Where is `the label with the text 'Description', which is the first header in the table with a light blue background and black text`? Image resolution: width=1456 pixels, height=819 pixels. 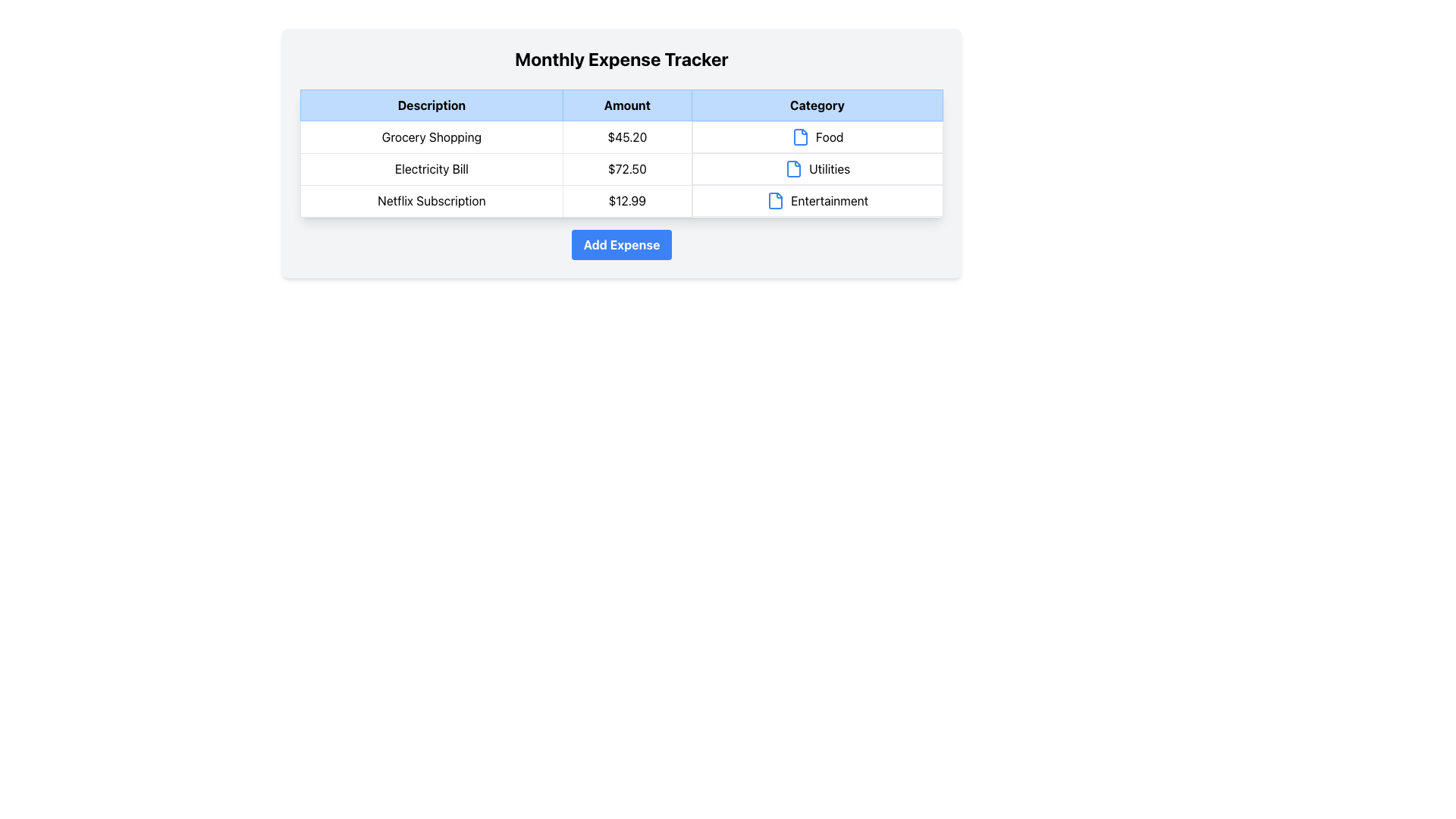
the label with the text 'Description', which is the first header in the table with a light blue background and black text is located at coordinates (431, 104).